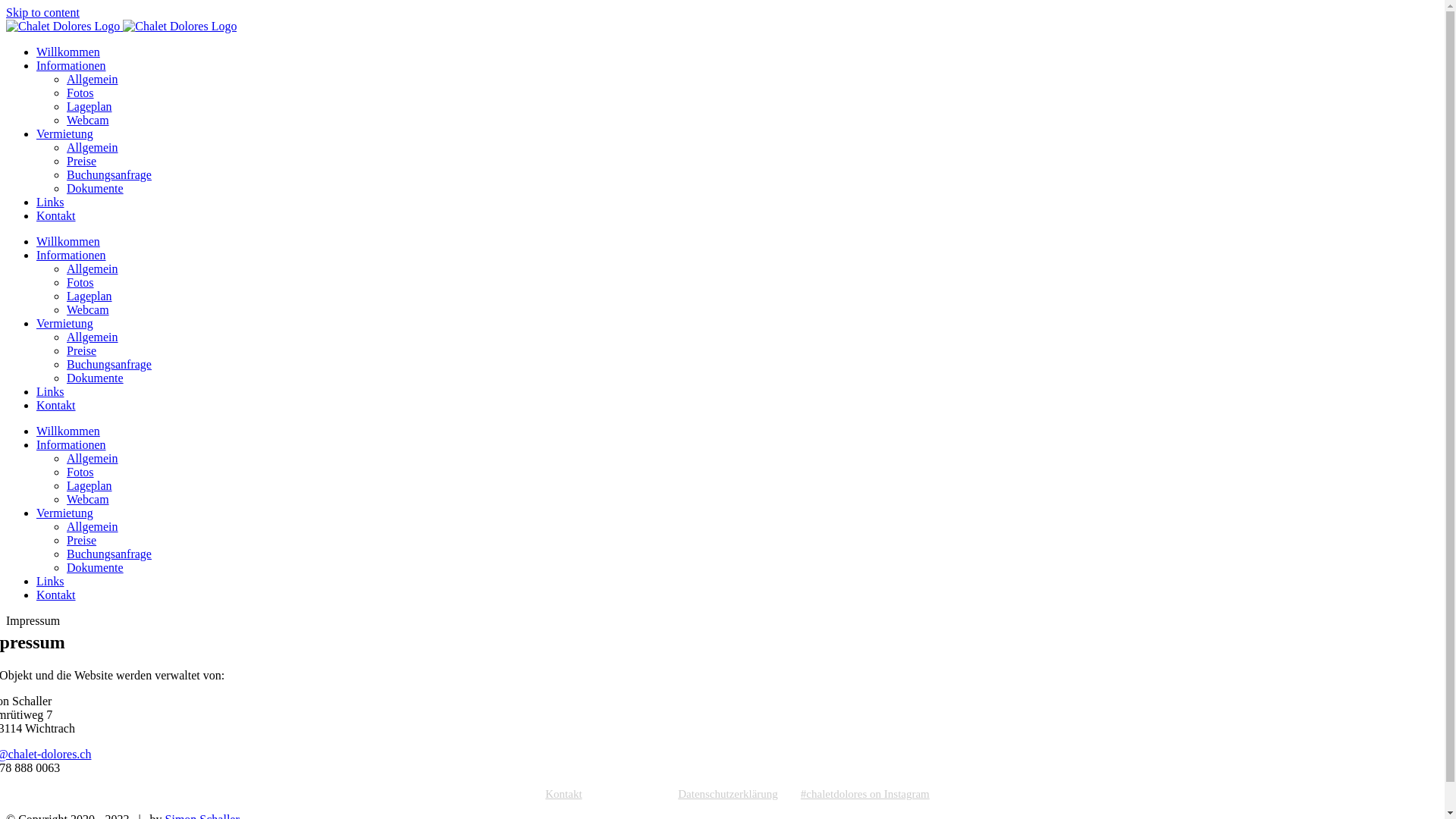  I want to click on '#chaletdolores on Instagram', so click(800, 793).